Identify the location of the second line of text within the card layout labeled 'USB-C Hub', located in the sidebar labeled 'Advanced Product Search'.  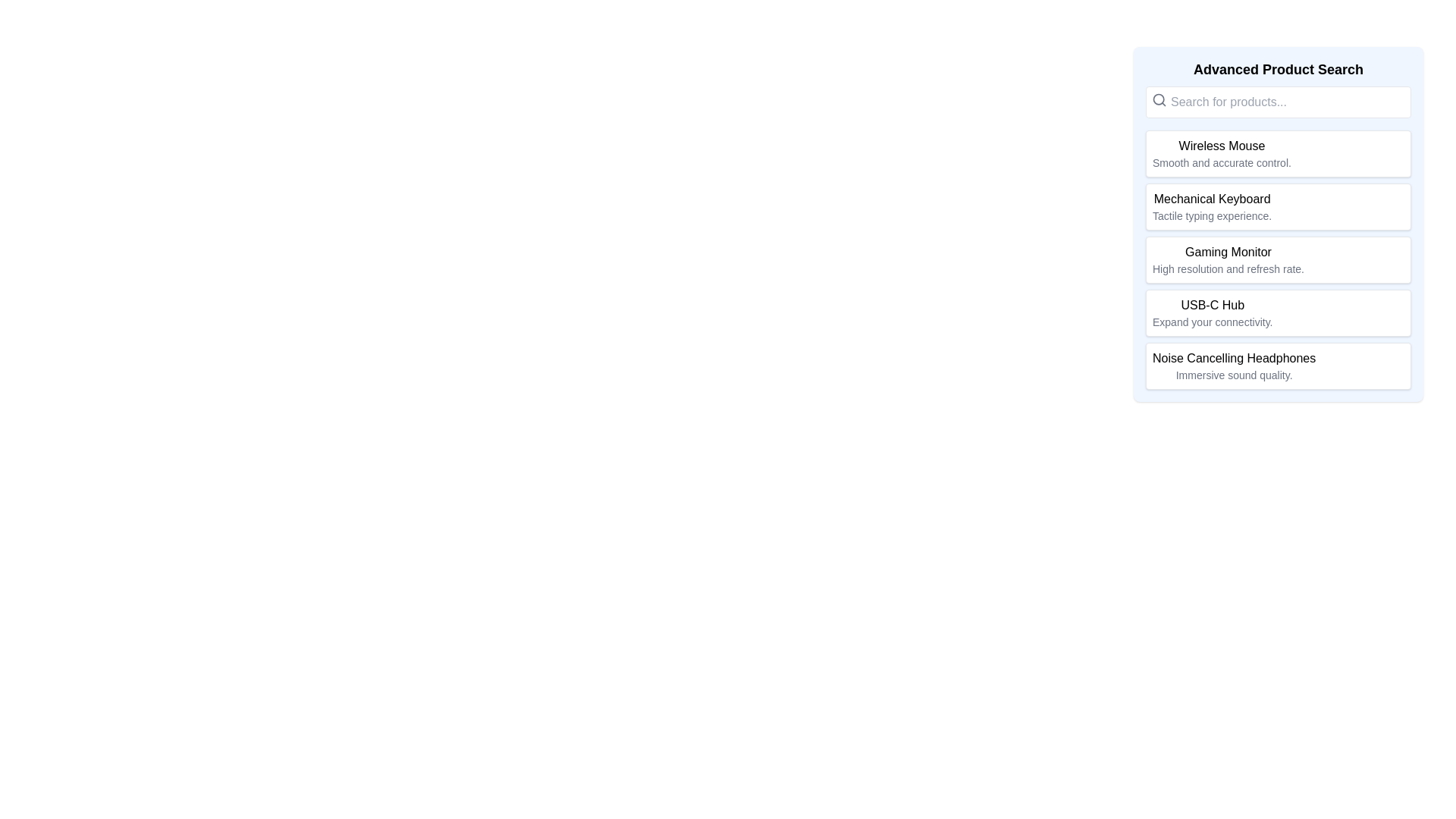
(1212, 321).